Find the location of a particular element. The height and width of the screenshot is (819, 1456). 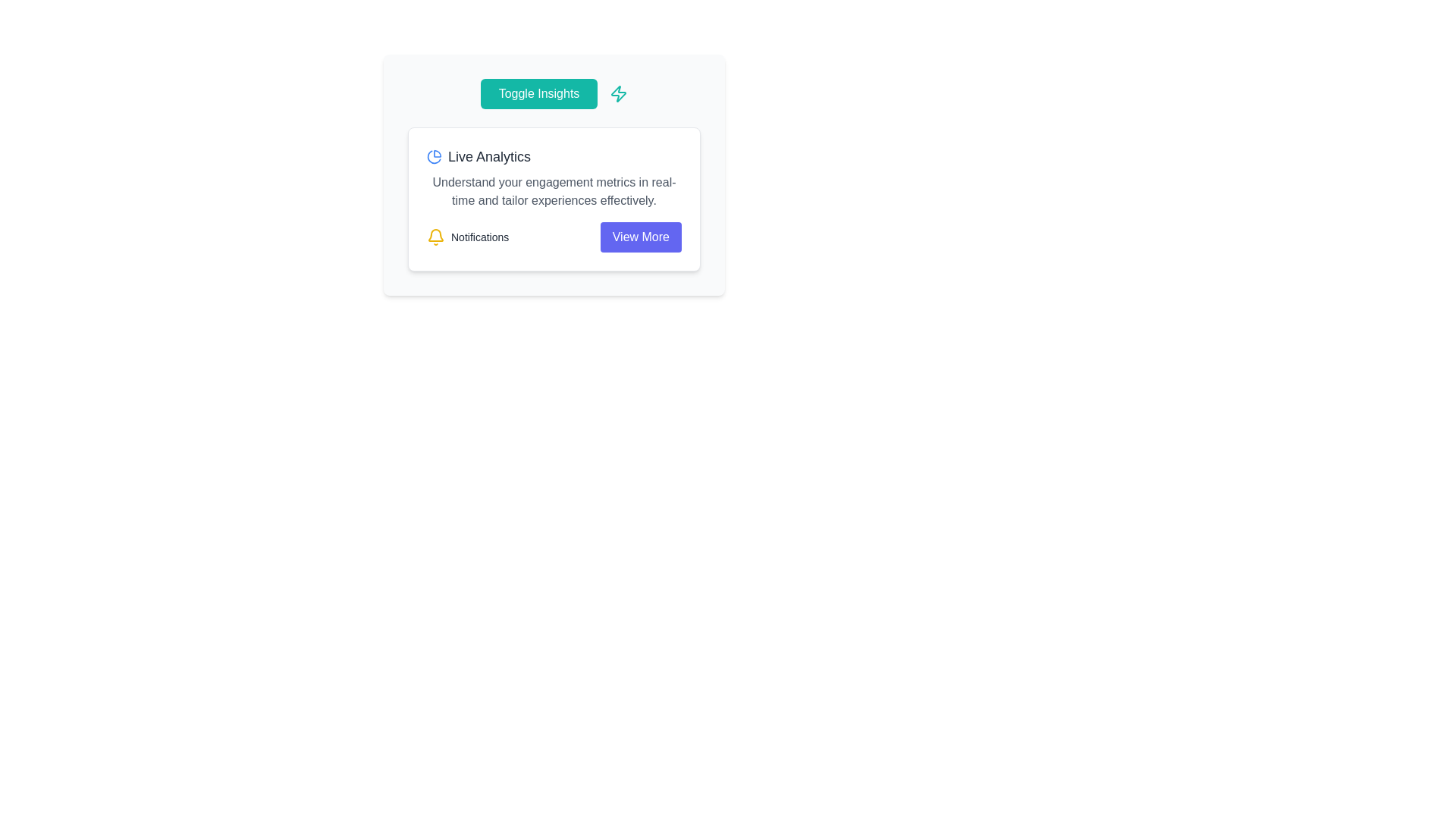

the analytics icon located at the leftmost end of the group in the top section of the content card, preceding the text 'Live Analytics' is located at coordinates (433, 157).